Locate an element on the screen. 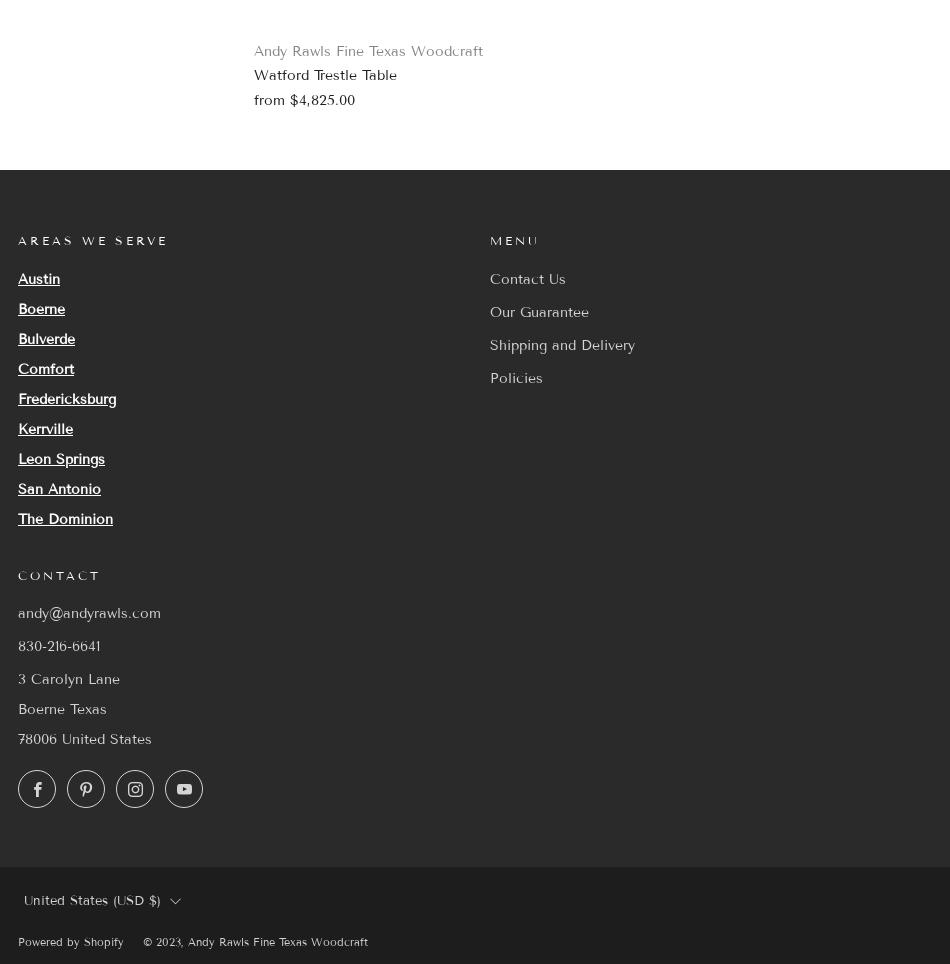 The image size is (950, 964). '(ALL L)' is located at coordinates (85, 726).